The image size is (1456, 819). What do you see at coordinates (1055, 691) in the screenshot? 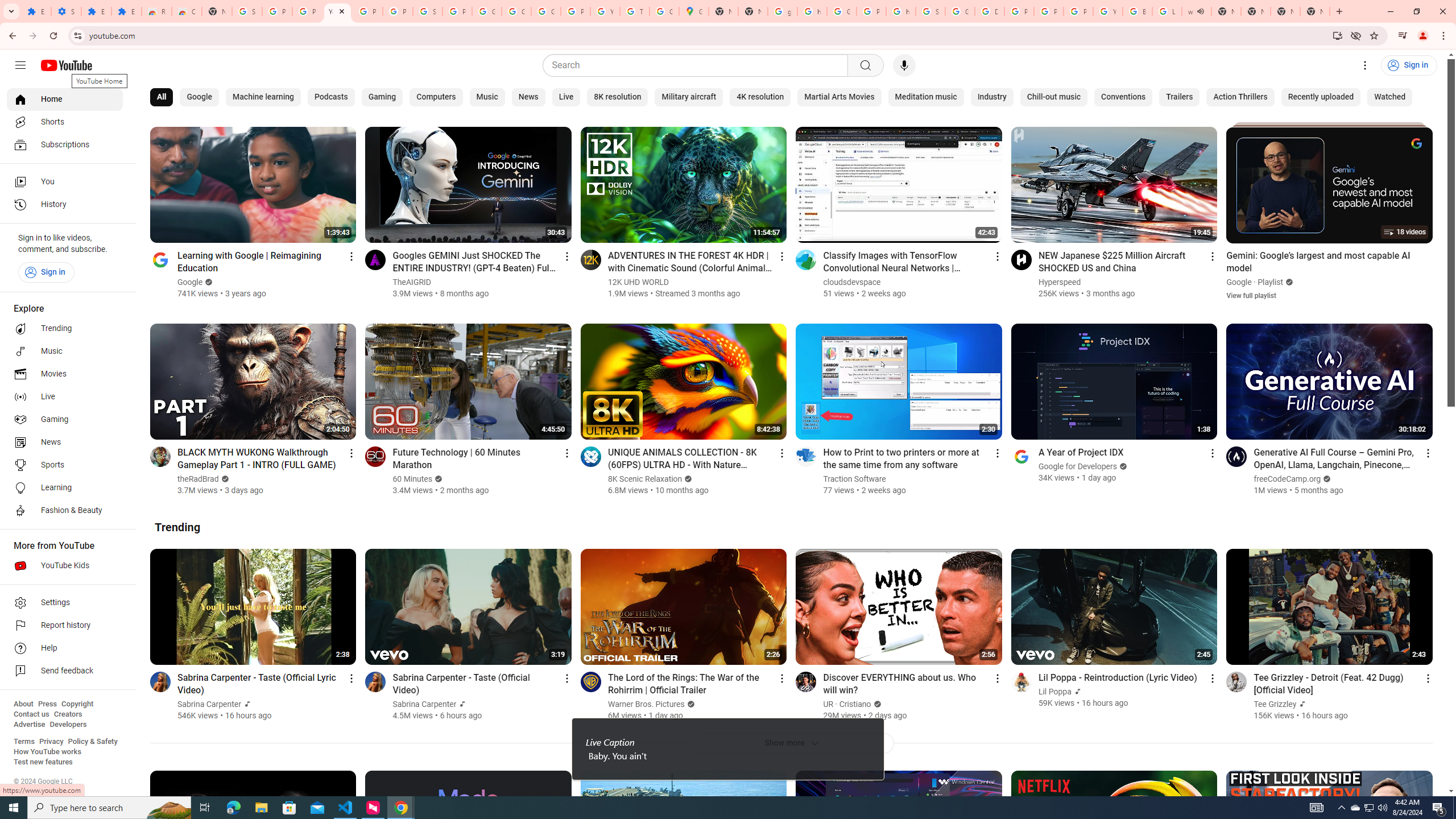
I see `'Lil Poppa'` at bounding box center [1055, 691].